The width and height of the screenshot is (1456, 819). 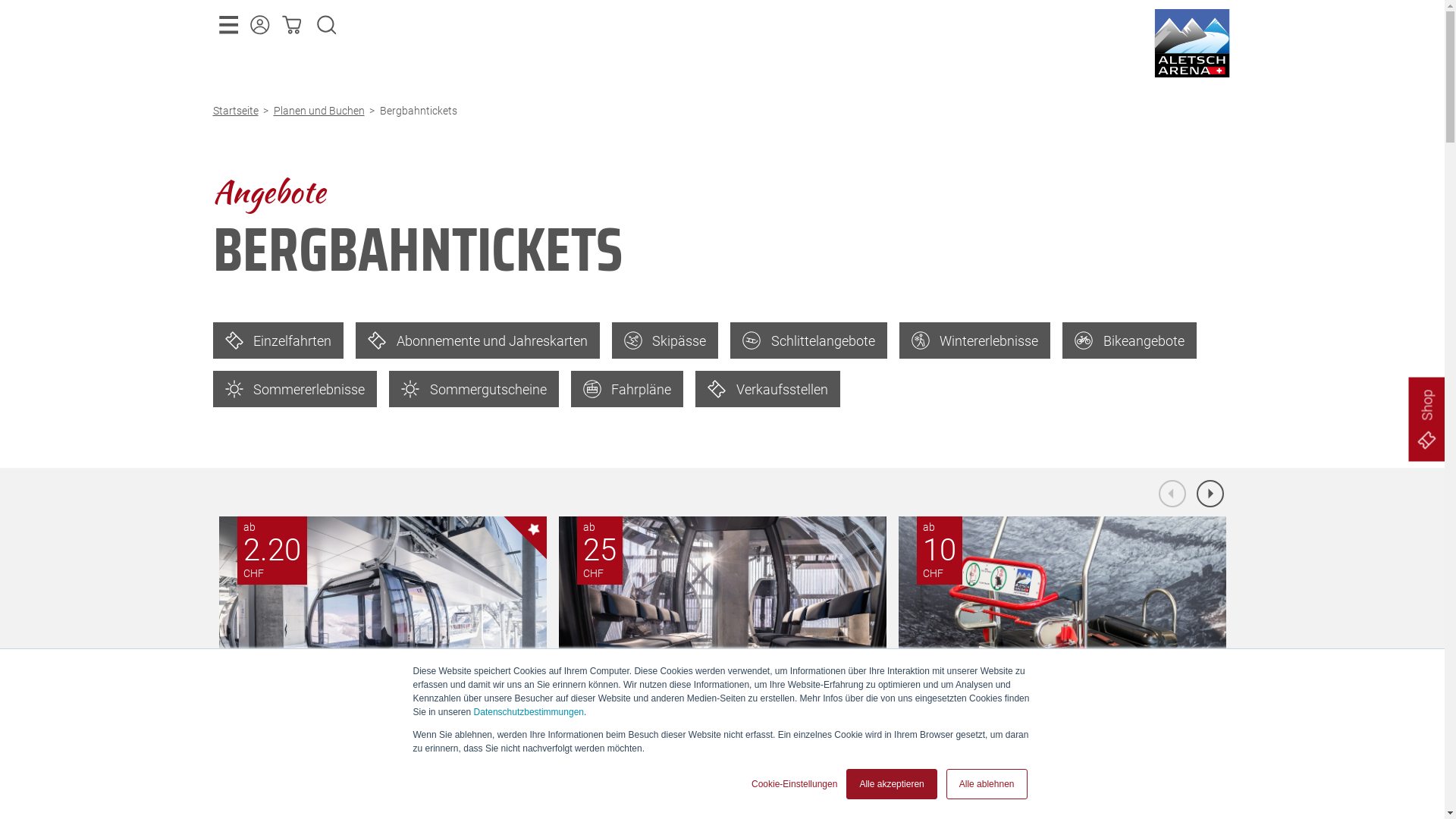 I want to click on 'Schlittelangebote', so click(x=808, y=339).